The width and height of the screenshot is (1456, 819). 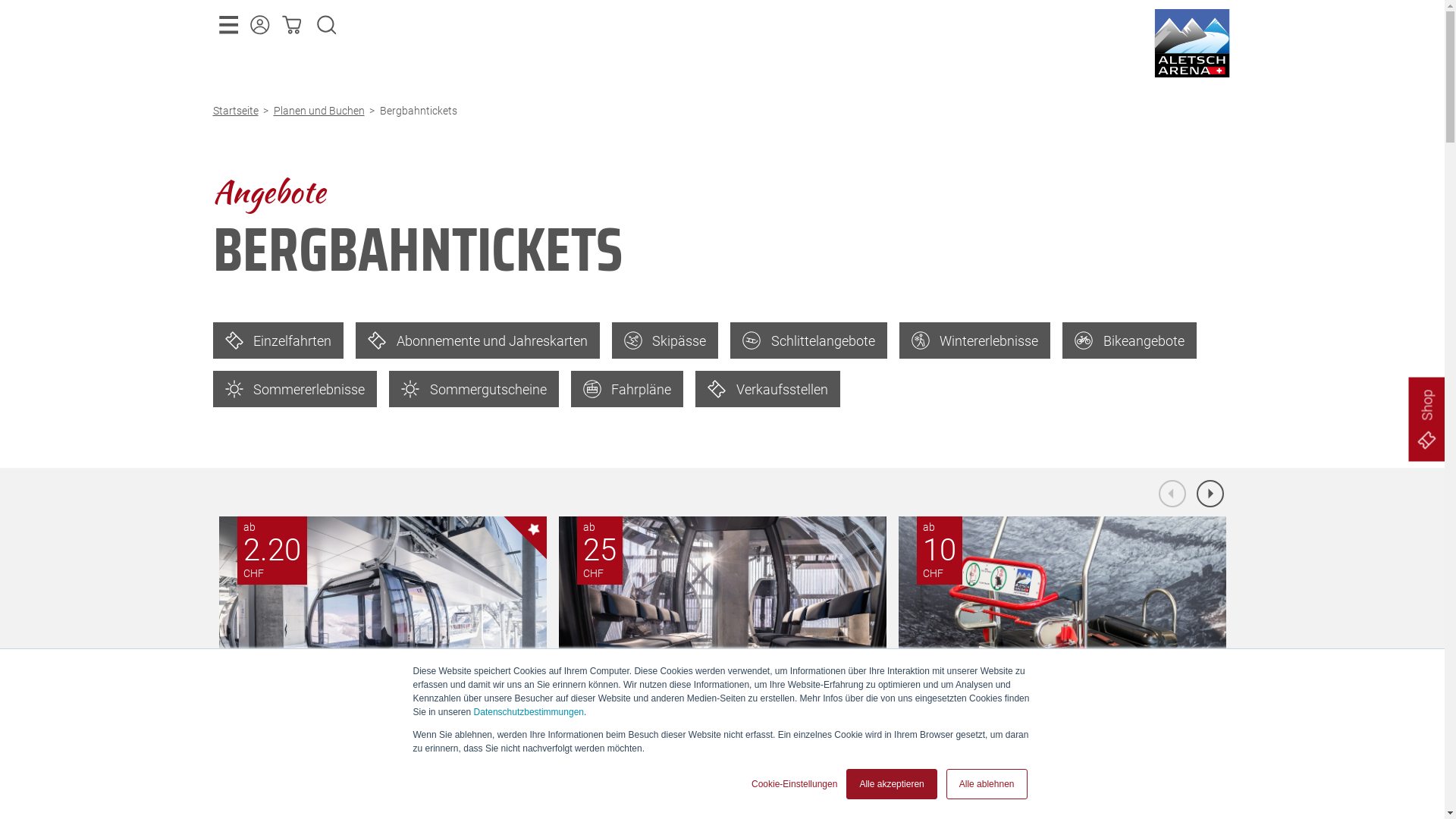 I want to click on 'Schlittelangebote', so click(x=808, y=339).